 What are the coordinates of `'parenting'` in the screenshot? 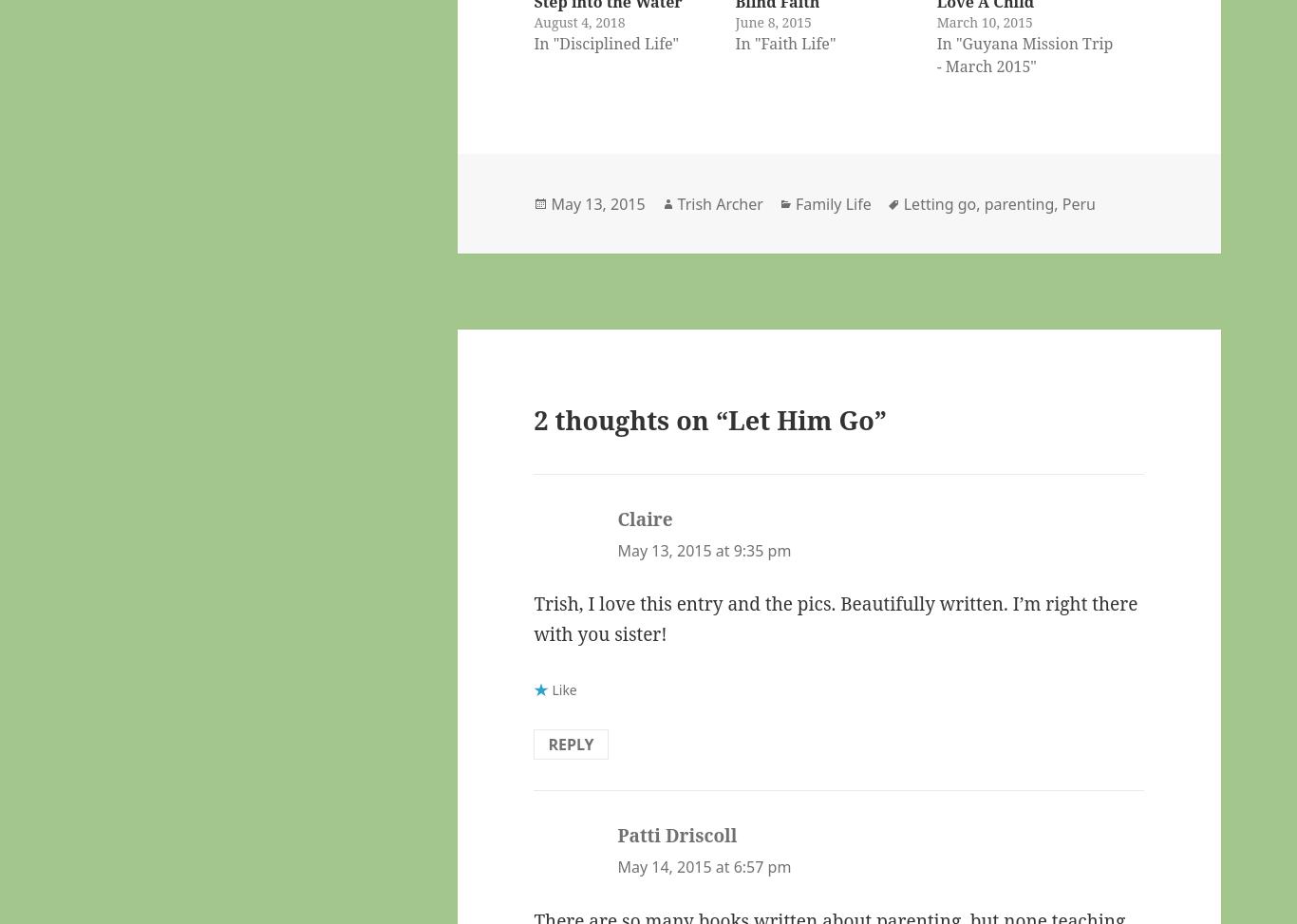 It's located at (1017, 201).